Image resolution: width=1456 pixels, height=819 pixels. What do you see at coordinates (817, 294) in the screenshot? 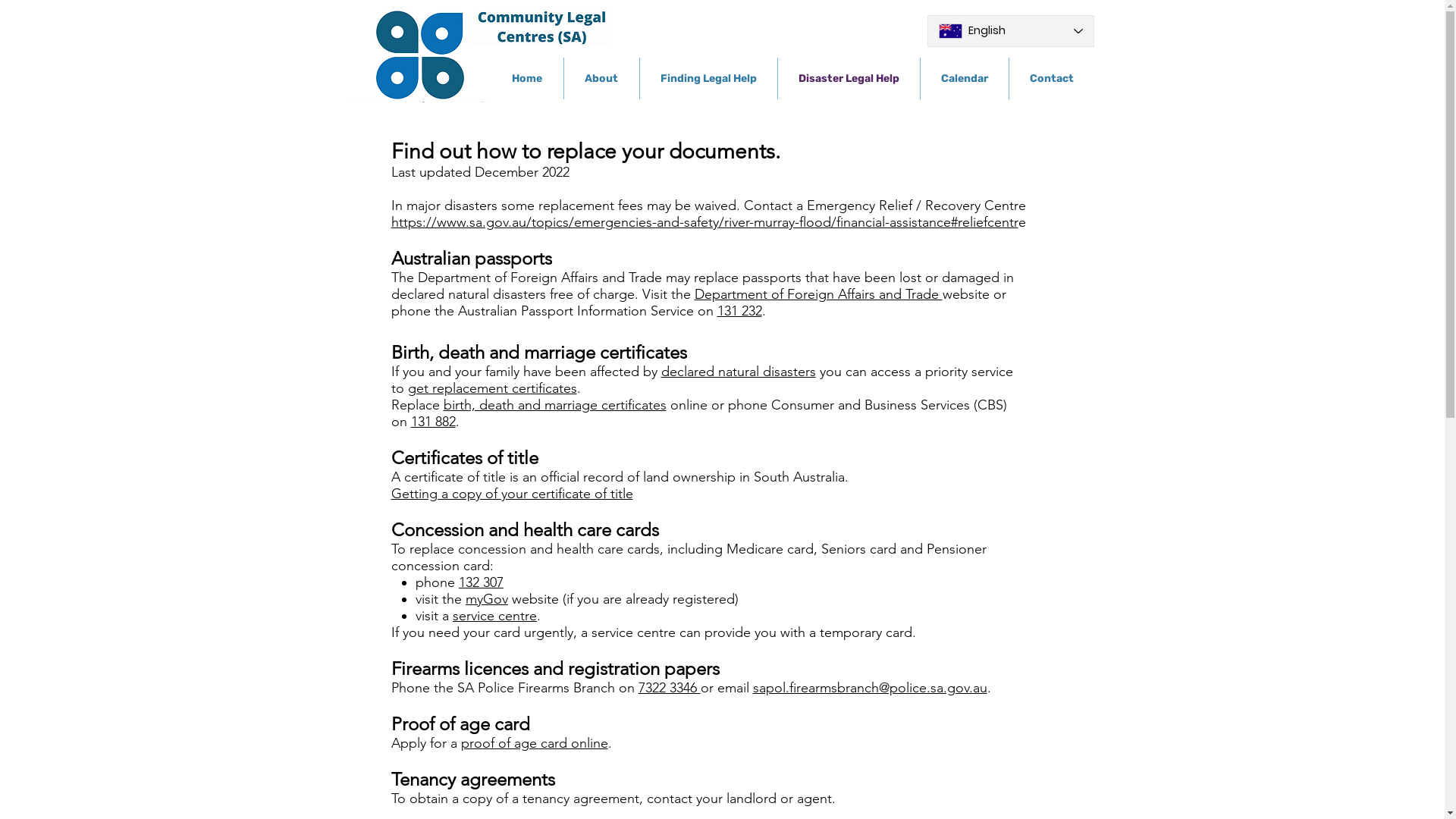
I see `'Department of Foreign Affairs and Trade '` at bounding box center [817, 294].